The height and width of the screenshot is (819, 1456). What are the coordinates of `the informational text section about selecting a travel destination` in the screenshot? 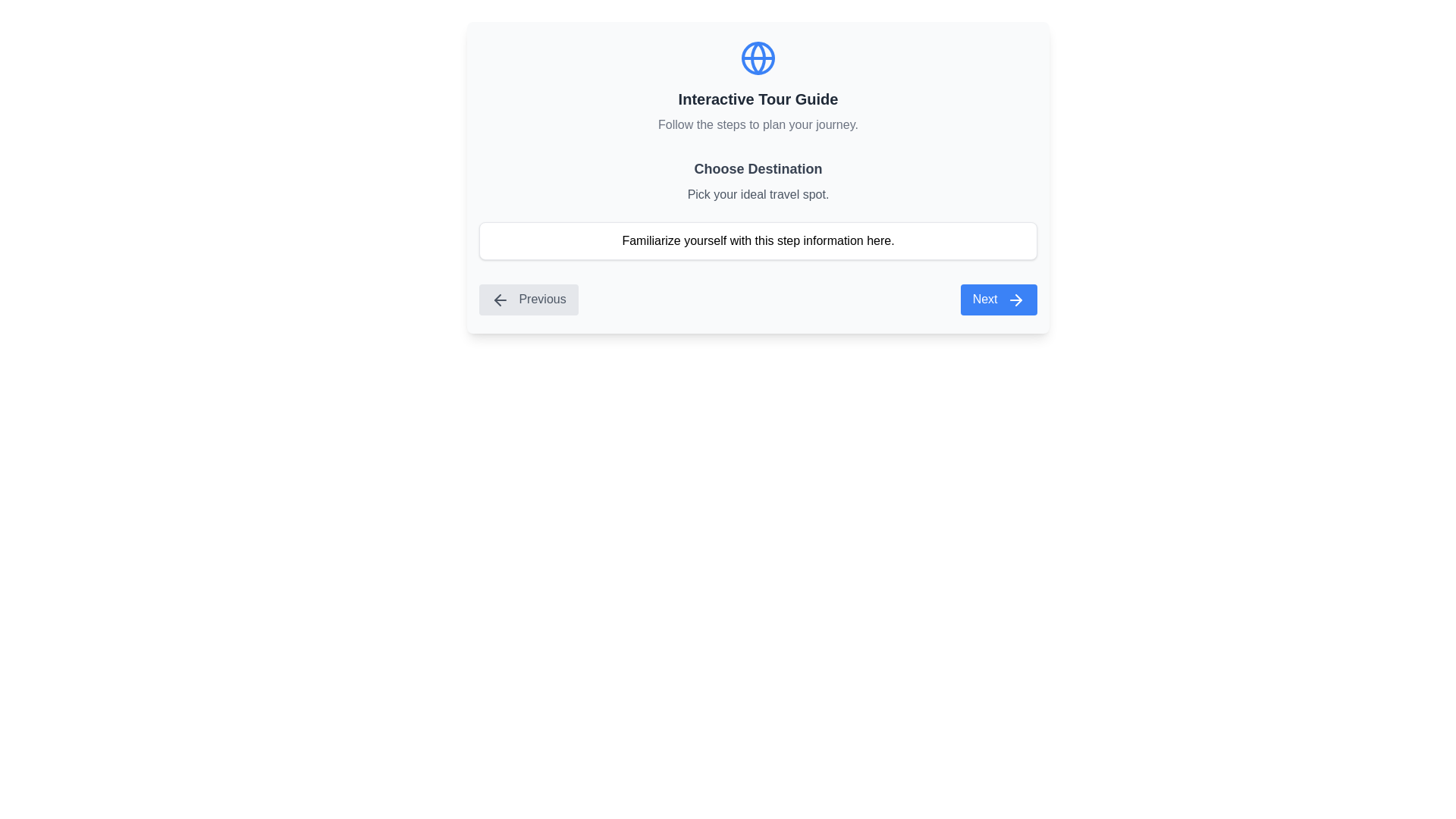 It's located at (758, 209).